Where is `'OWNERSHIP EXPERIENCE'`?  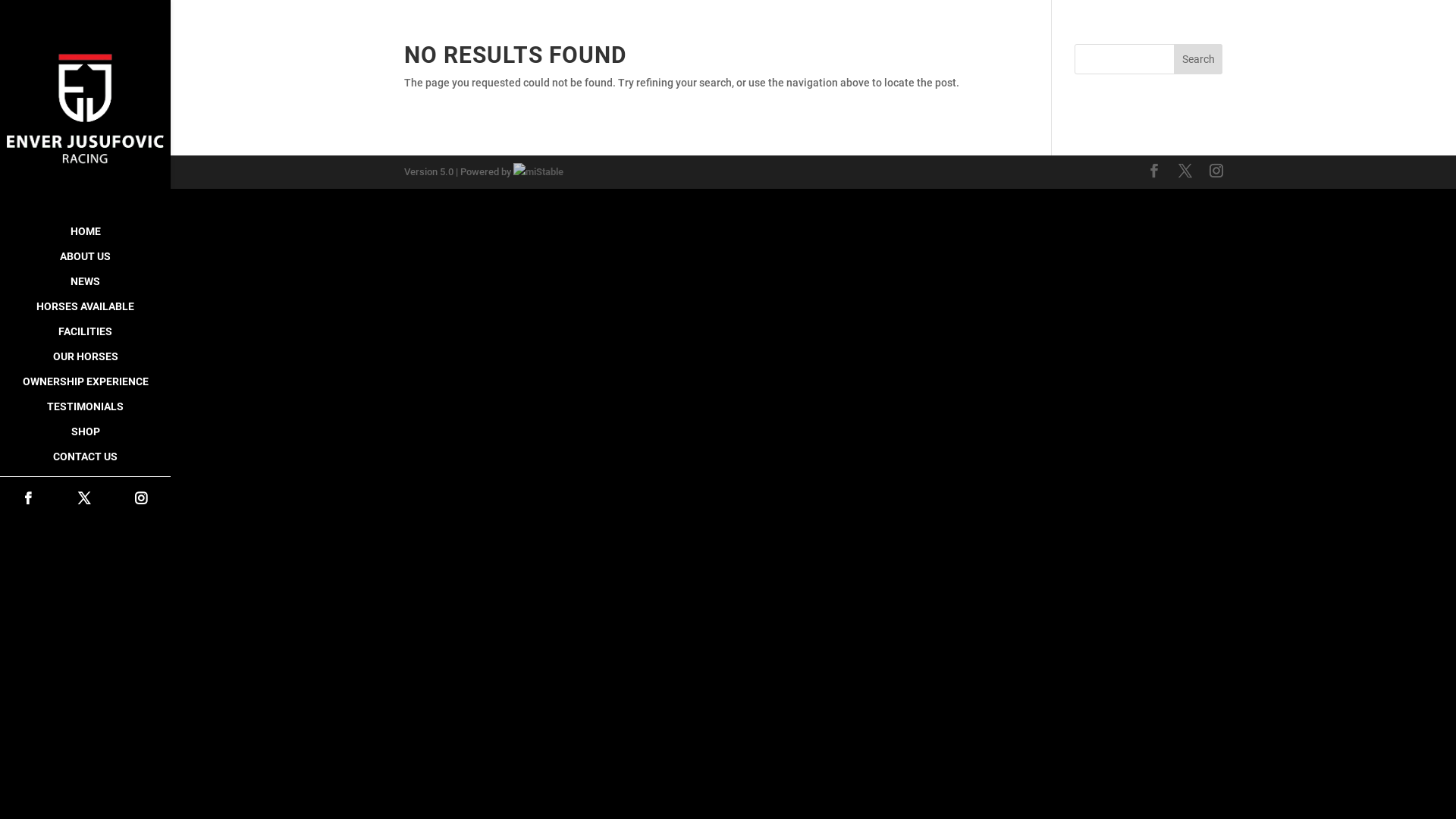
'OWNERSHIP EXPERIENCE' is located at coordinates (0, 388).